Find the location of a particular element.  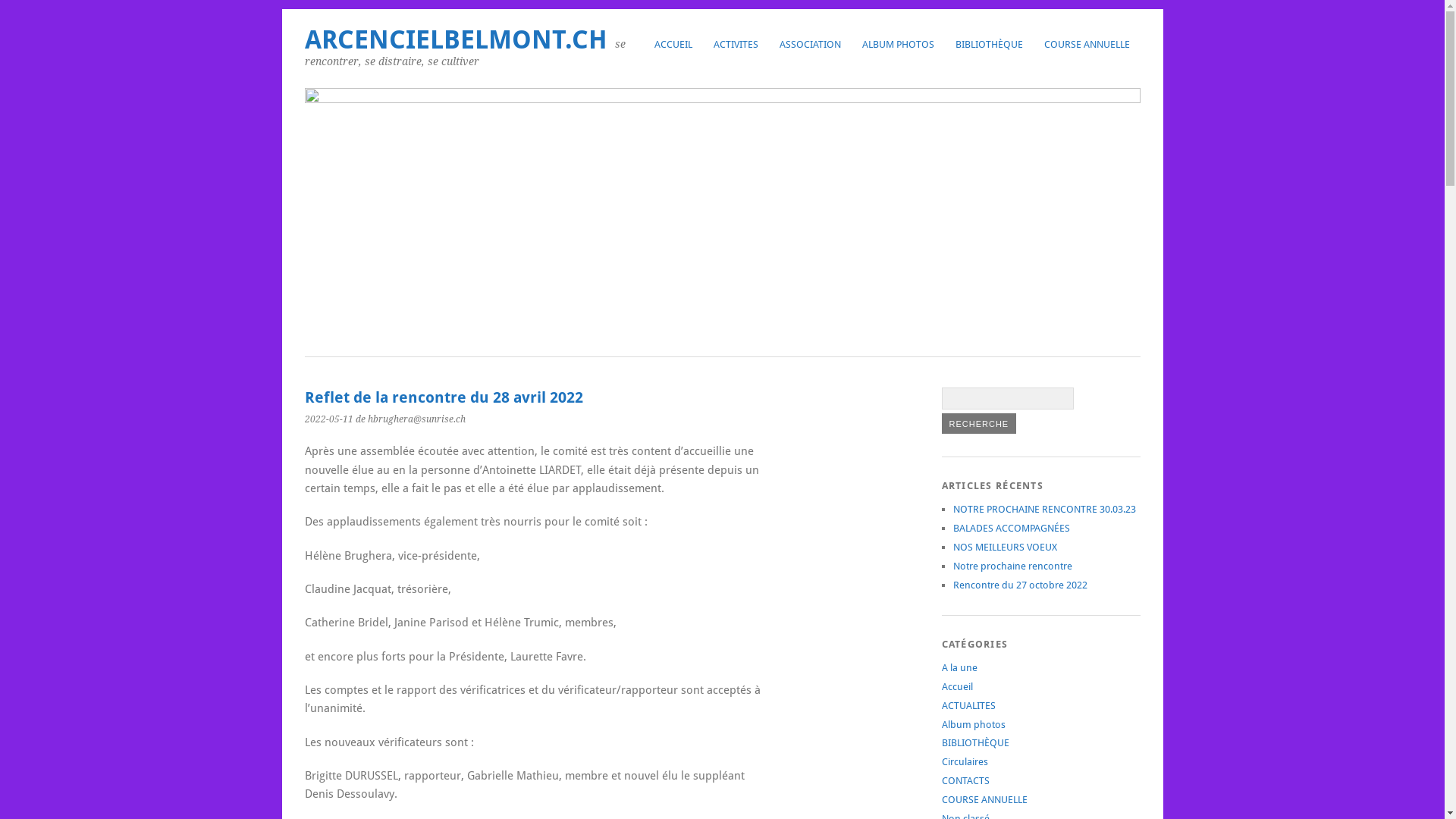

'Recherche' is located at coordinates (979, 423).